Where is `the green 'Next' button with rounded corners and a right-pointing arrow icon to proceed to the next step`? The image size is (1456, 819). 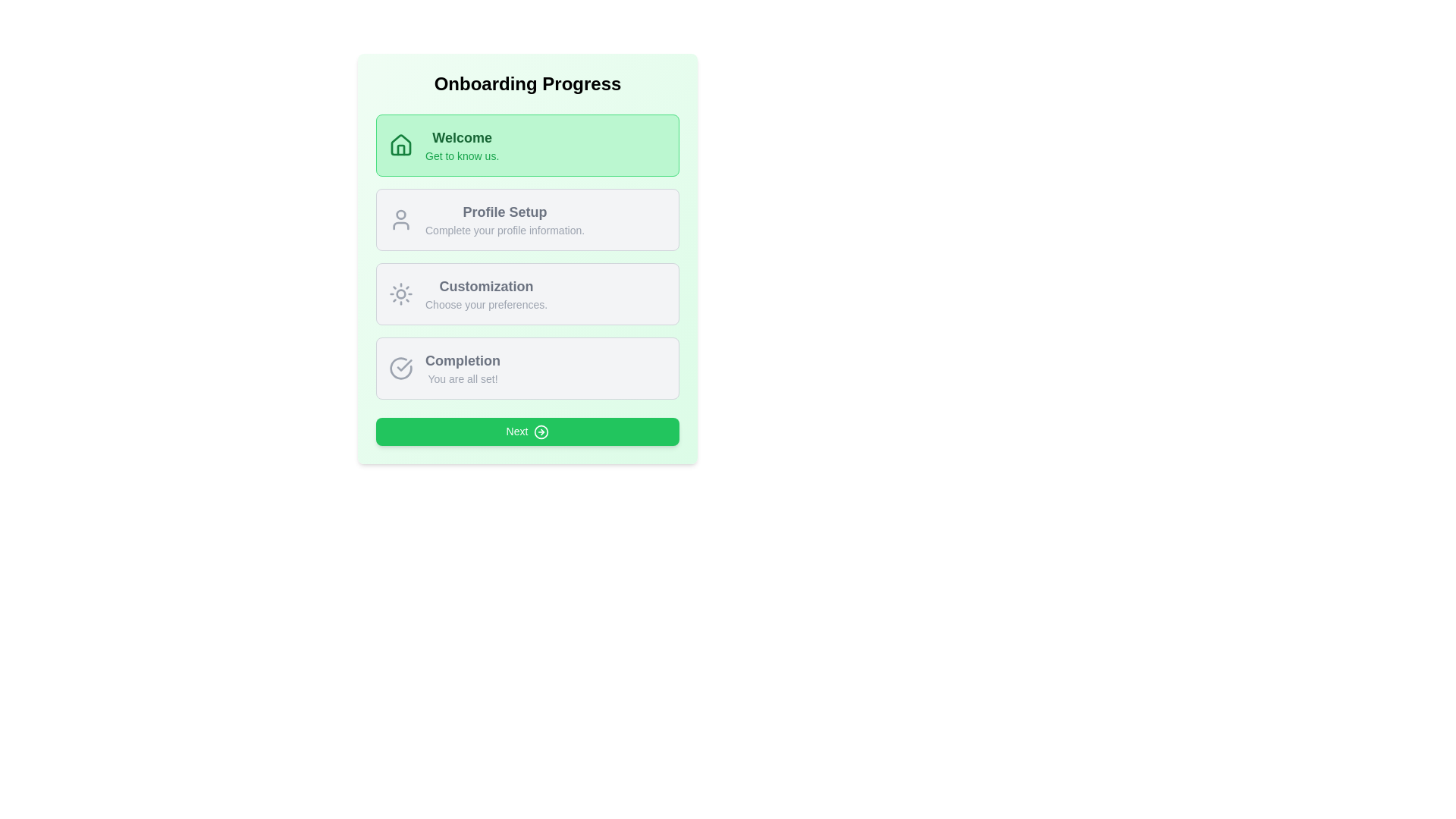 the green 'Next' button with rounded corners and a right-pointing arrow icon to proceed to the next step is located at coordinates (528, 431).